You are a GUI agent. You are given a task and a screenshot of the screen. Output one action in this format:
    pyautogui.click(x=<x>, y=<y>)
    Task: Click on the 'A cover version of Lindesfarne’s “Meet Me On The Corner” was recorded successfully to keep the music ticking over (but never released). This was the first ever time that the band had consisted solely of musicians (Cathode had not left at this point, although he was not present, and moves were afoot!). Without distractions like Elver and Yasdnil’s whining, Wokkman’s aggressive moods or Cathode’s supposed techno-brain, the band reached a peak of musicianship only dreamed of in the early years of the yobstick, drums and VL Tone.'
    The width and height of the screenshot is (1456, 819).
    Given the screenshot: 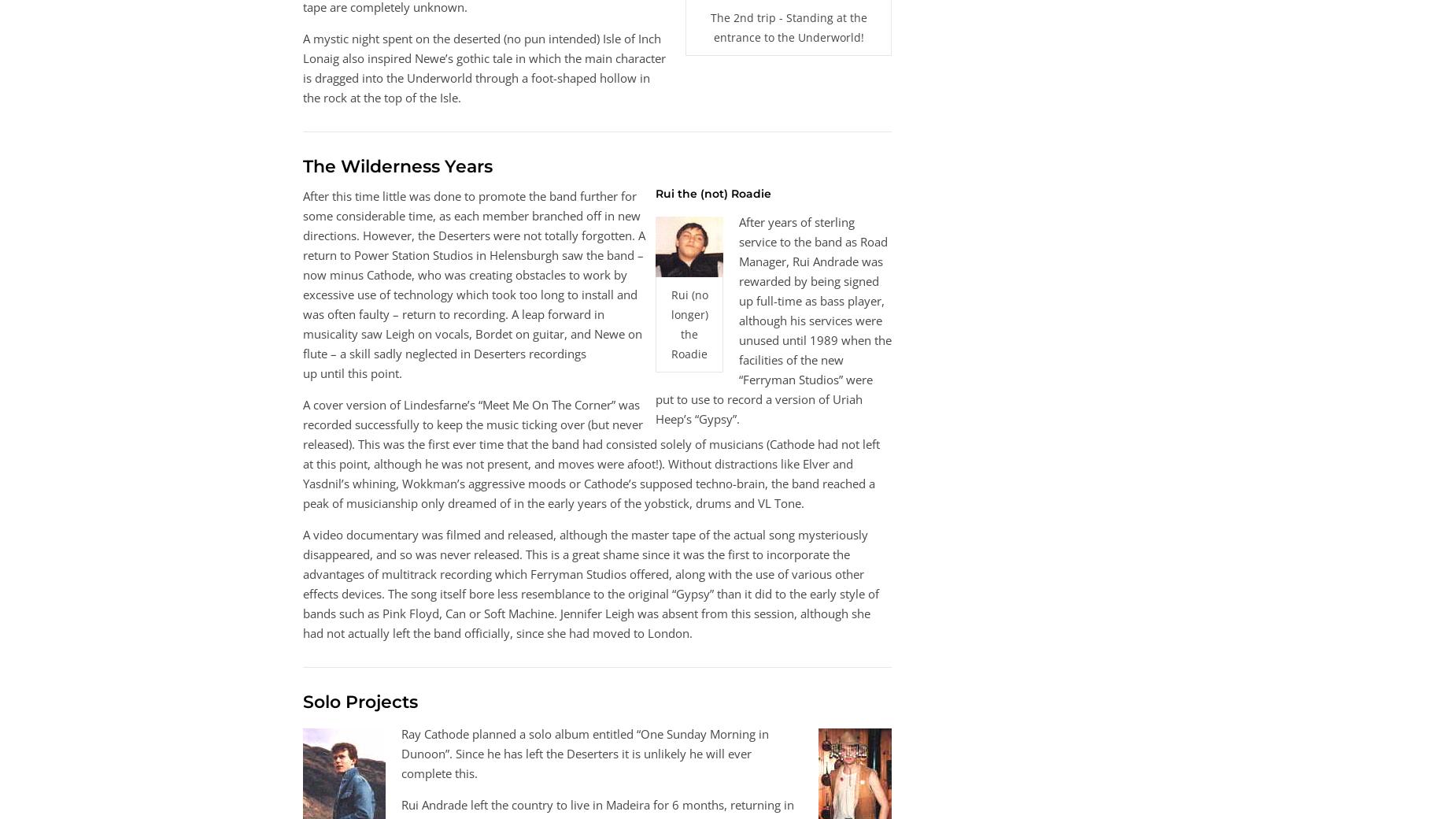 What is the action you would take?
    pyautogui.click(x=591, y=453)
    